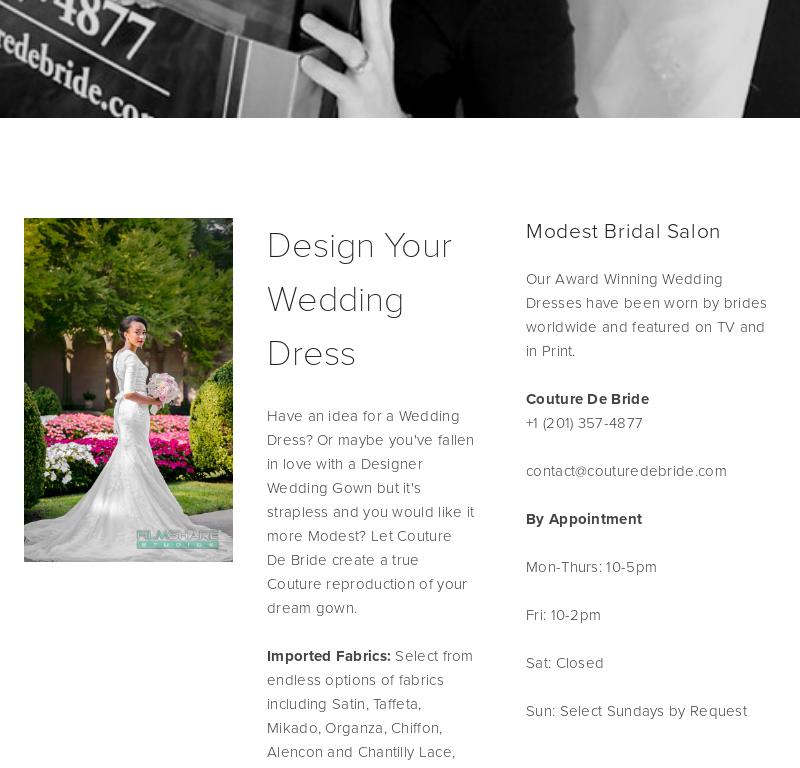 The width and height of the screenshot is (800, 768). Describe the element at coordinates (635, 709) in the screenshot. I see `'Sun: Select Sundays by Request'` at that location.